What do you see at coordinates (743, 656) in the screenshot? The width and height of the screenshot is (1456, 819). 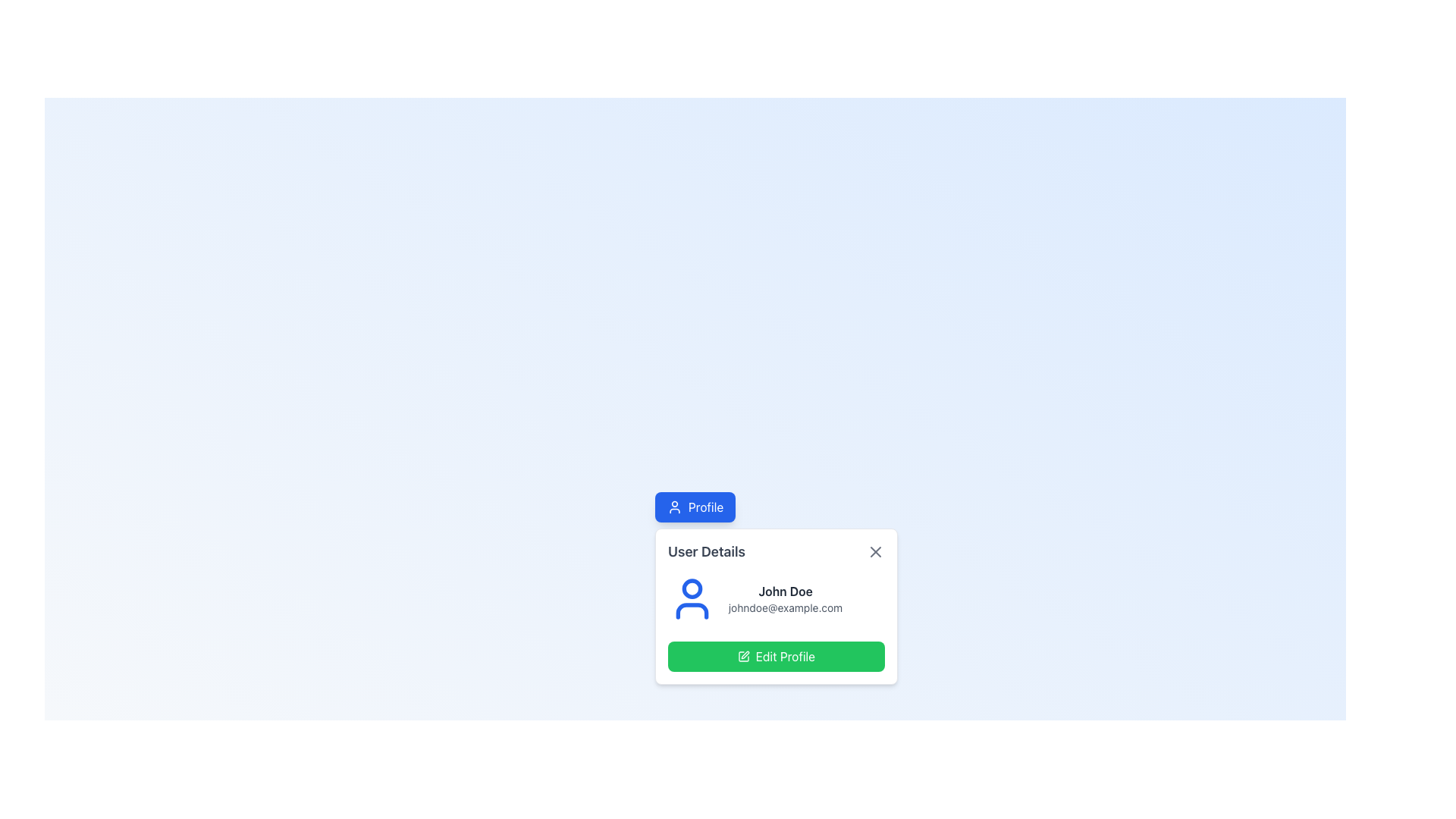 I see `the small, square-shaped pen icon located on the left side of the green button labeled 'Edit Profile'` at bounding box center [743, 656].